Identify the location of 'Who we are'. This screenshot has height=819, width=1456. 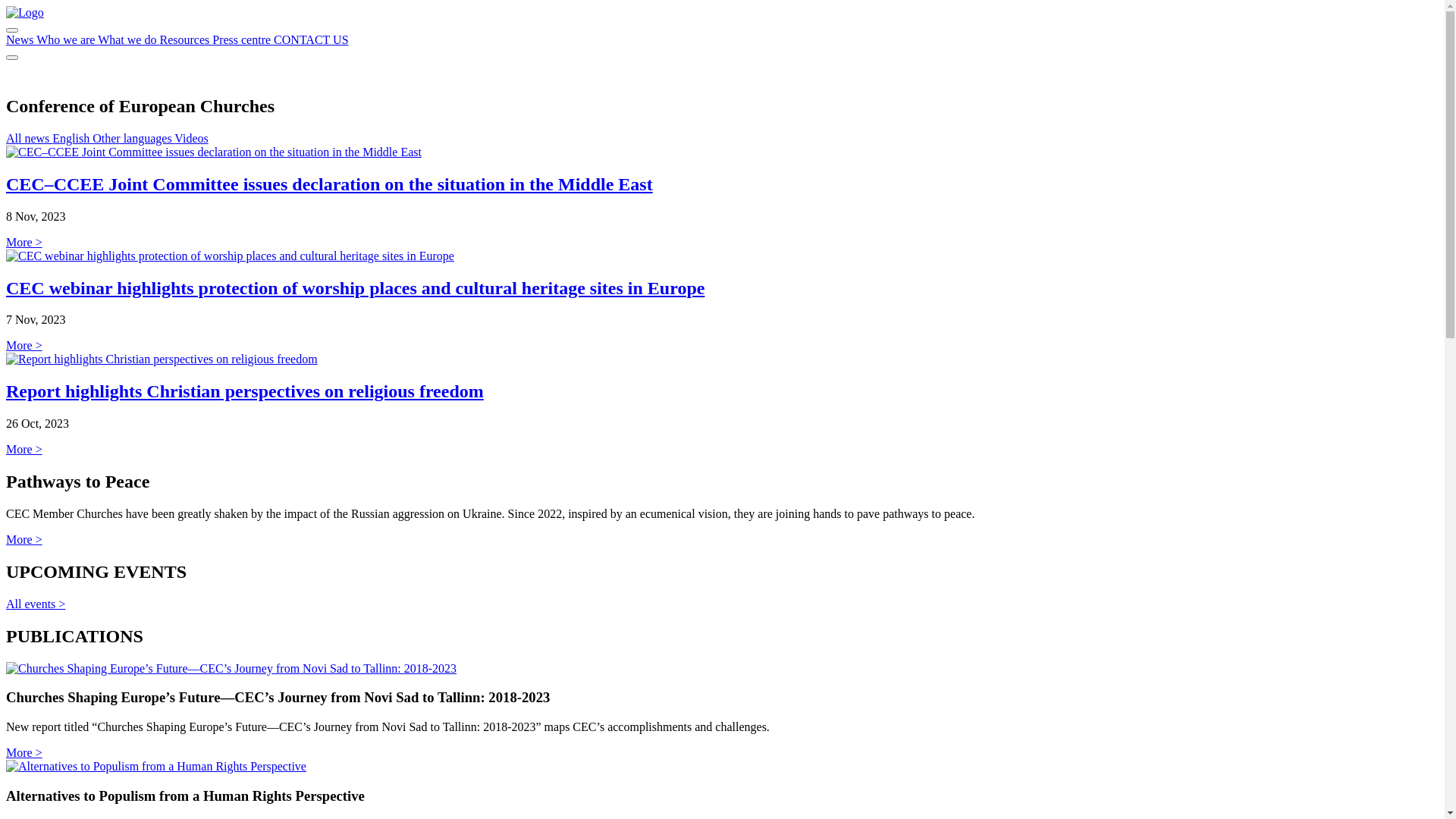
(66, 39).